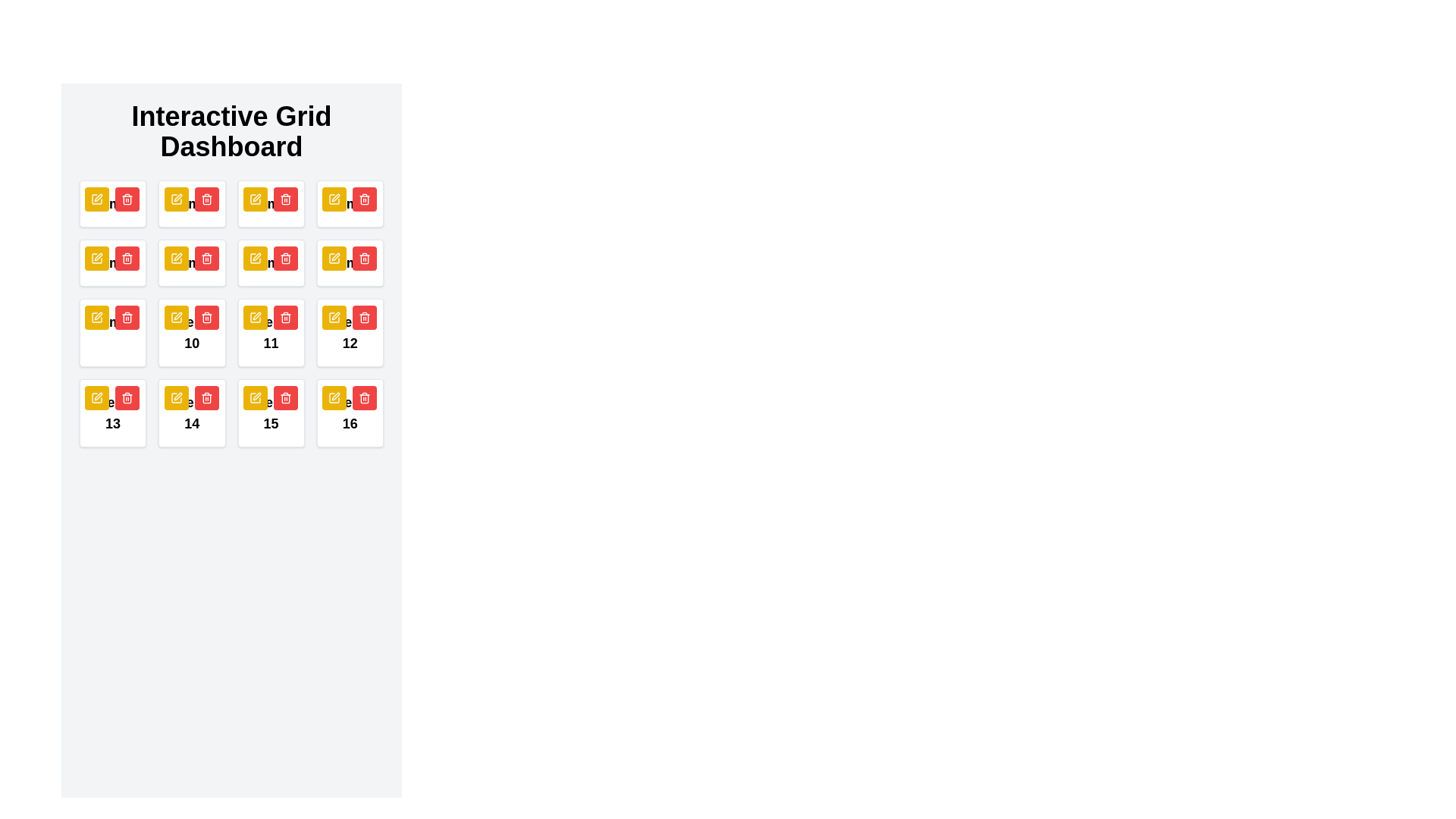  Describe the element at coordinates (127, 397) in the screenshot. I see `the red trashcan icon in the grid structure, specifically the one located in the fourth row and first column` at that location.